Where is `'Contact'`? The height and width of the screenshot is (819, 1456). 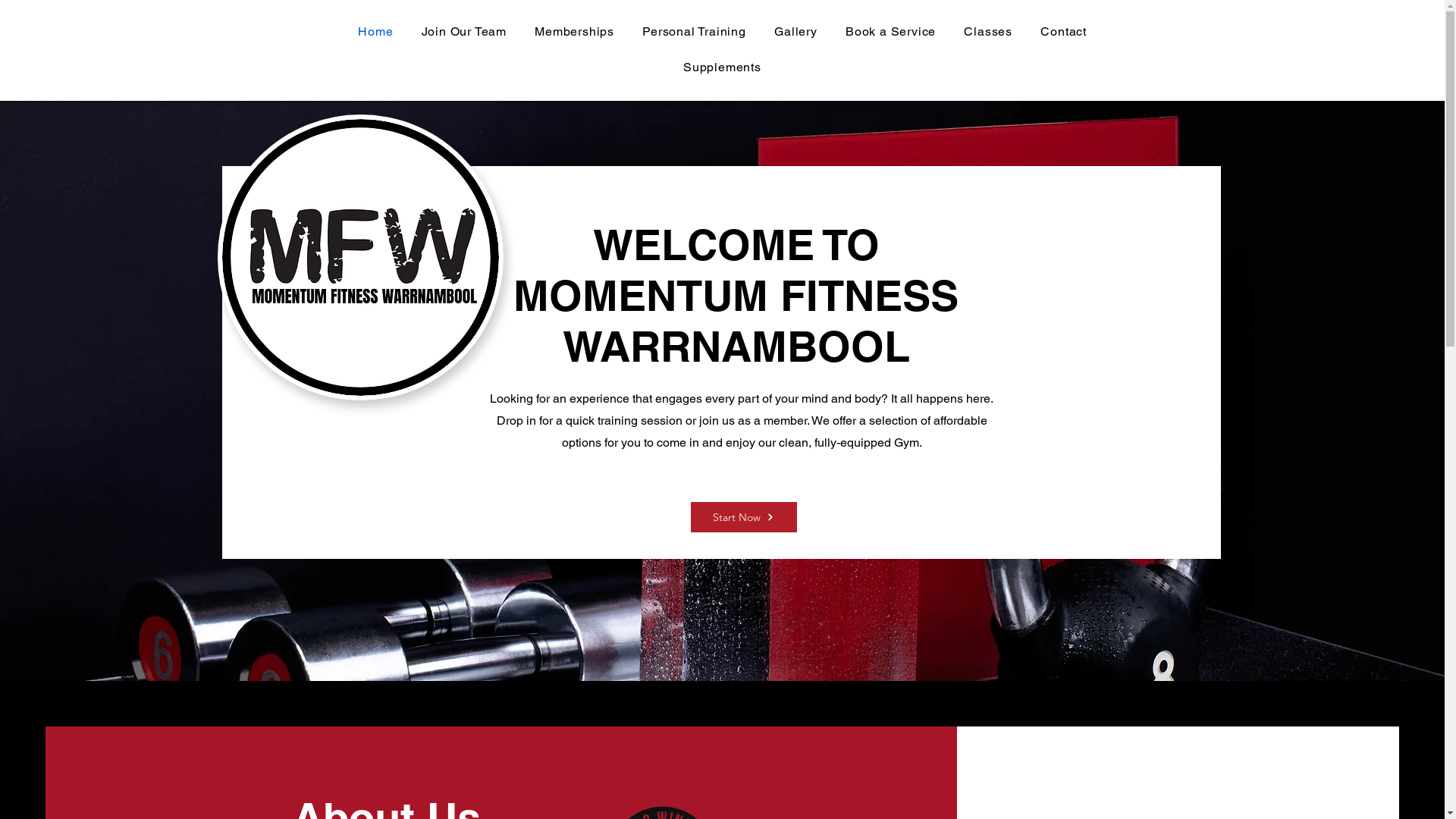
'Contact' is located at coordinates (1062, 31).